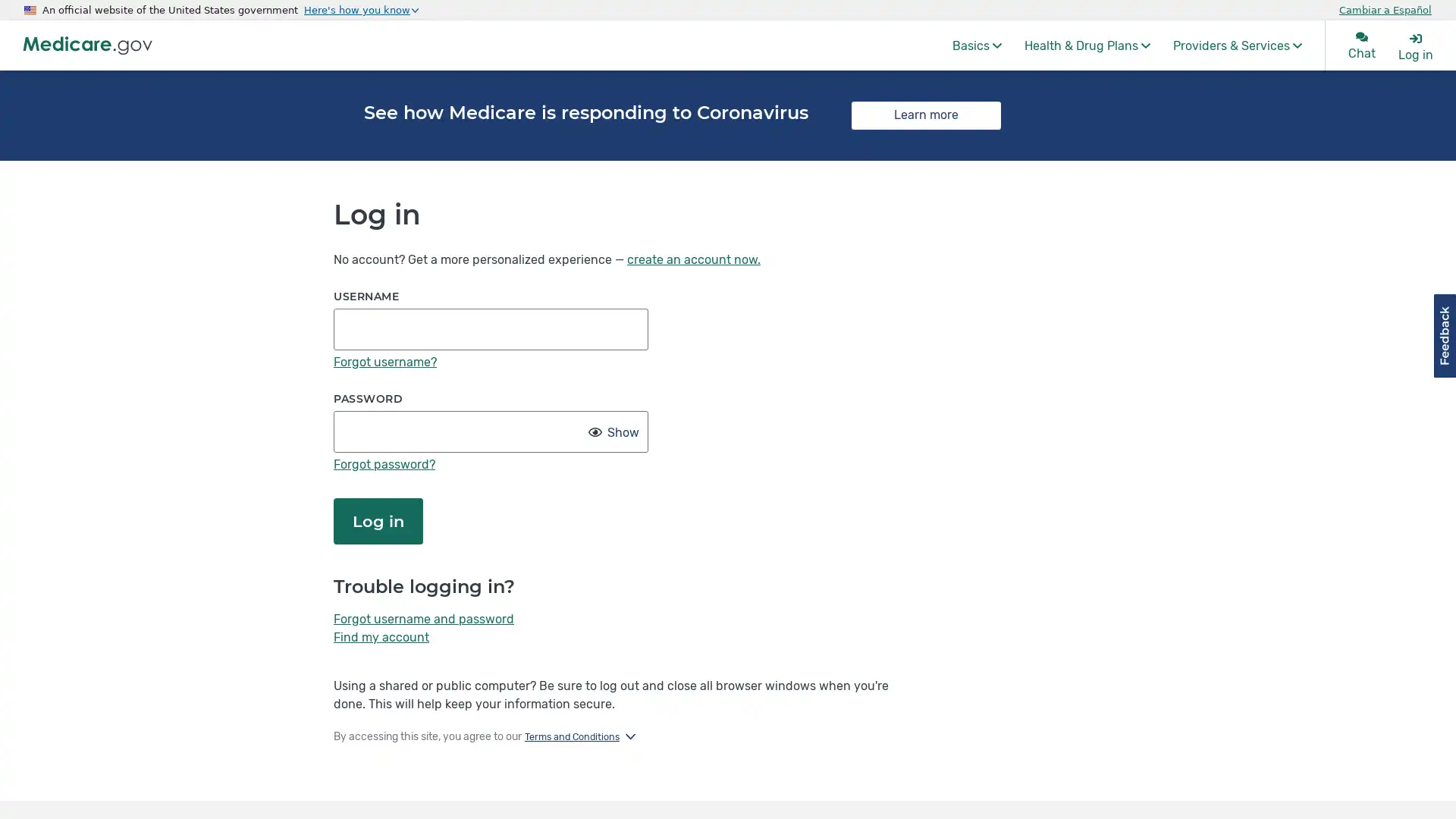 Image resolution: width=1456 pixels, height=819 pixels. Describe the element at coordinates (1238, 45) in the screenshot. I see `Providers & Services` at that location.